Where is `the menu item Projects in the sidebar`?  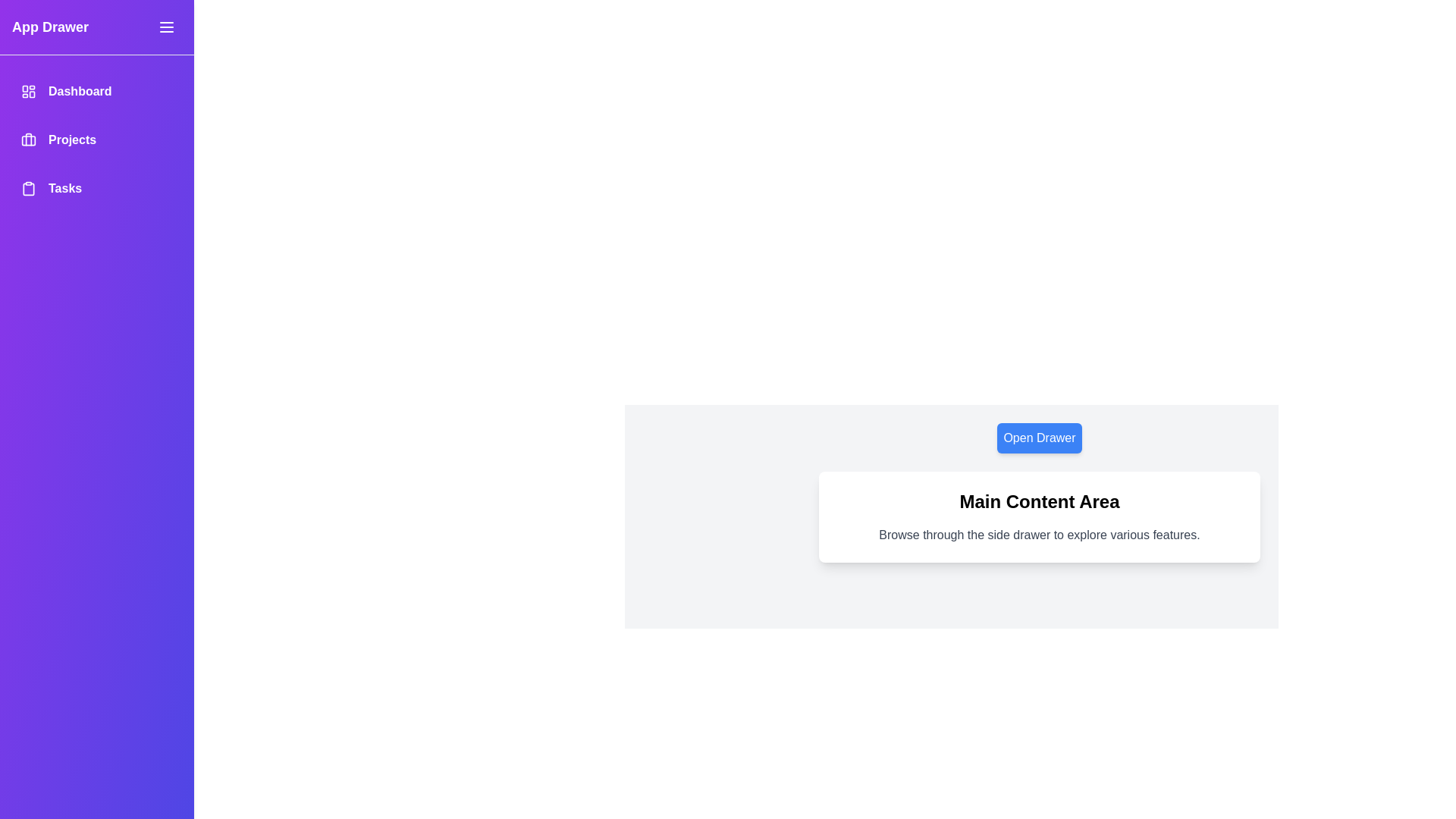
the menu item Projects in the sidebar is located at coordinates (96, 140).